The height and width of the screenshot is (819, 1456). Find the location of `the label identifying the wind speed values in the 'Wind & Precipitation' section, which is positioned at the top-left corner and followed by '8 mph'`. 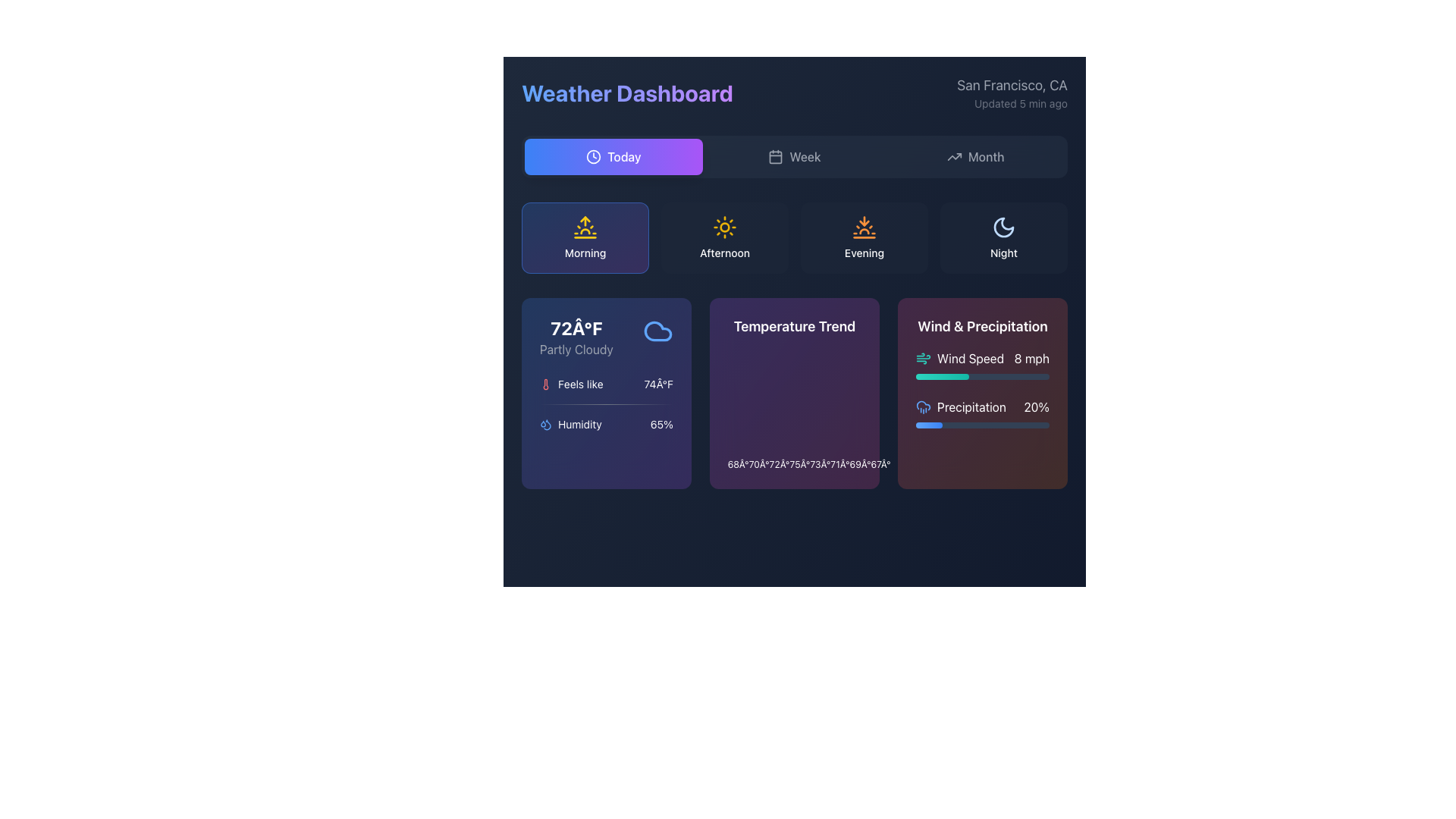

the label identifying the wind speed values in the 'Wind & Precipitation' section, which is positioned at the top-left corner and followed by '8 mph' is located at coordinates (959, 359).